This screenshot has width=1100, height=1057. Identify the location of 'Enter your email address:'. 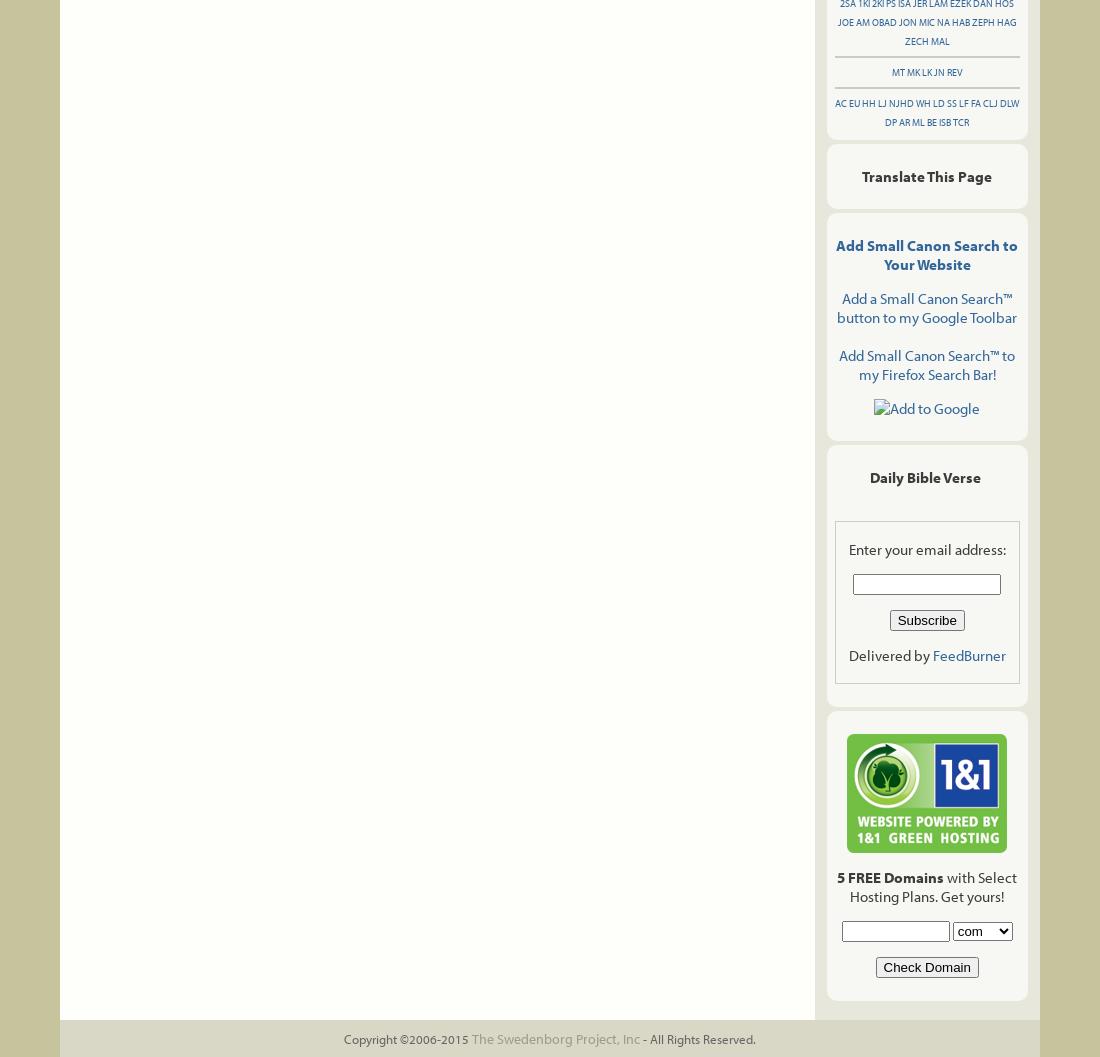
(926, 548).